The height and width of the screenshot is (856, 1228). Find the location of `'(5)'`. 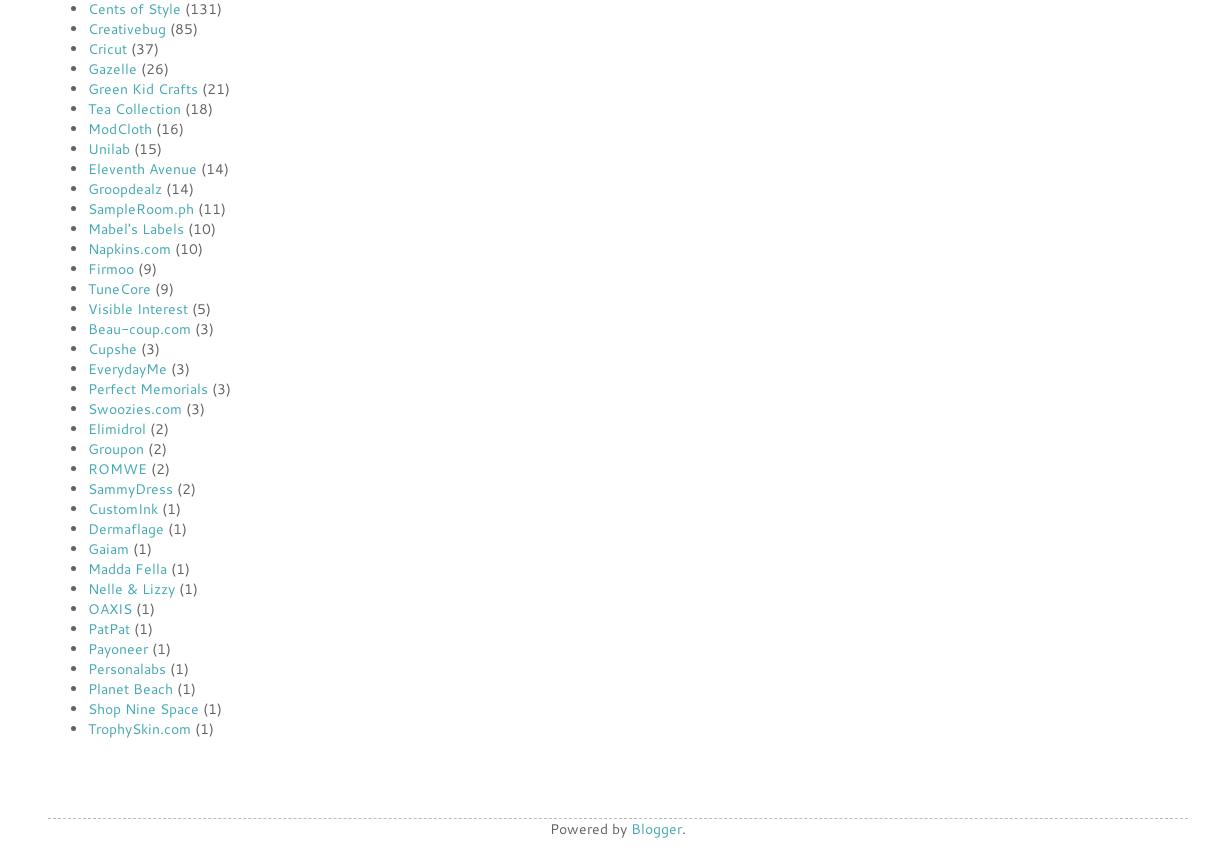

'(5)' is located at coordinates (200, 307).